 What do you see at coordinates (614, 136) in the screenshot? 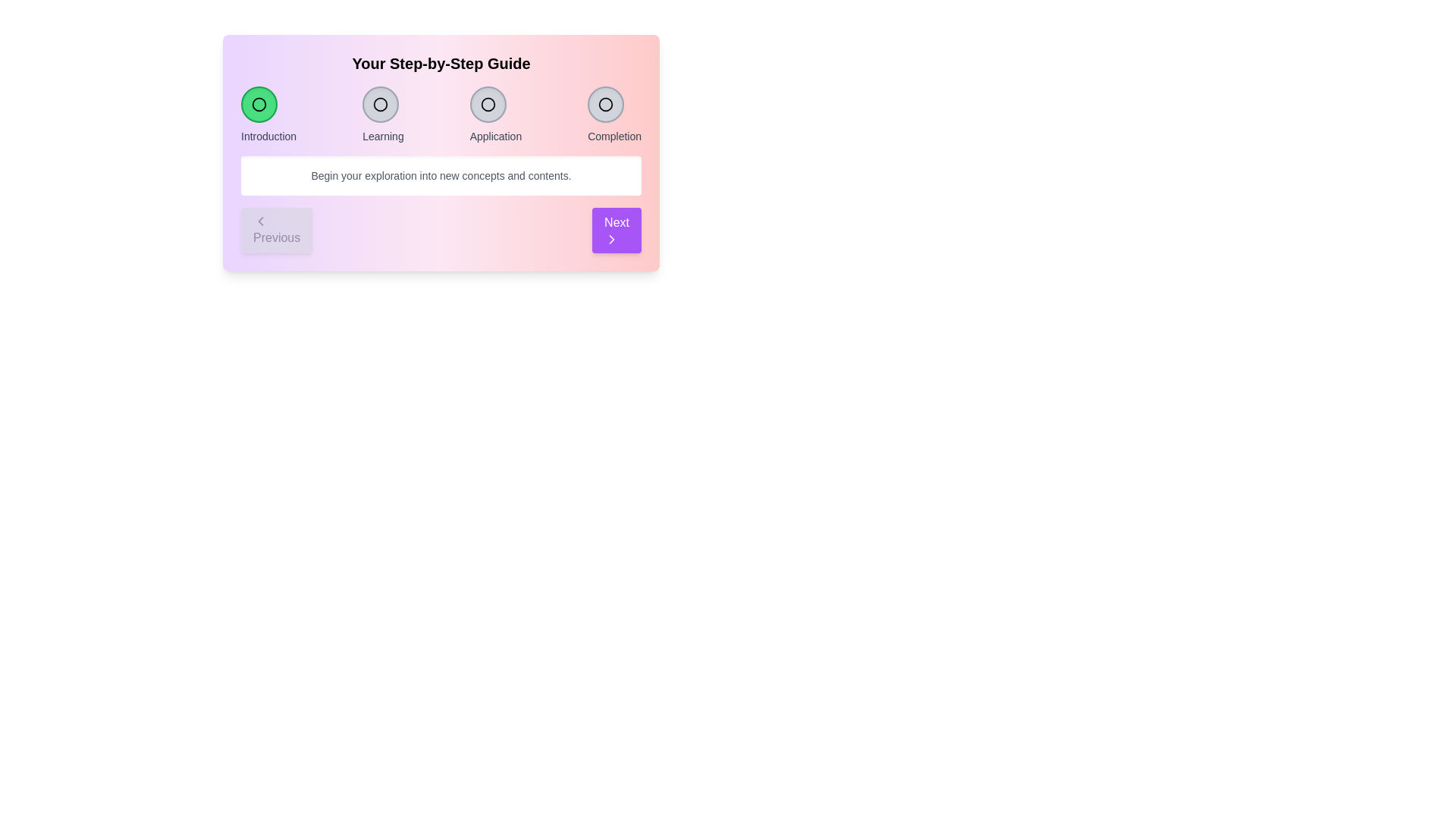
I see `the text label reading 'Completion' that is styled with a medium-sized gray font, positioned below a circular icon on the far right of a row of components` at bounding box center [614, 136].